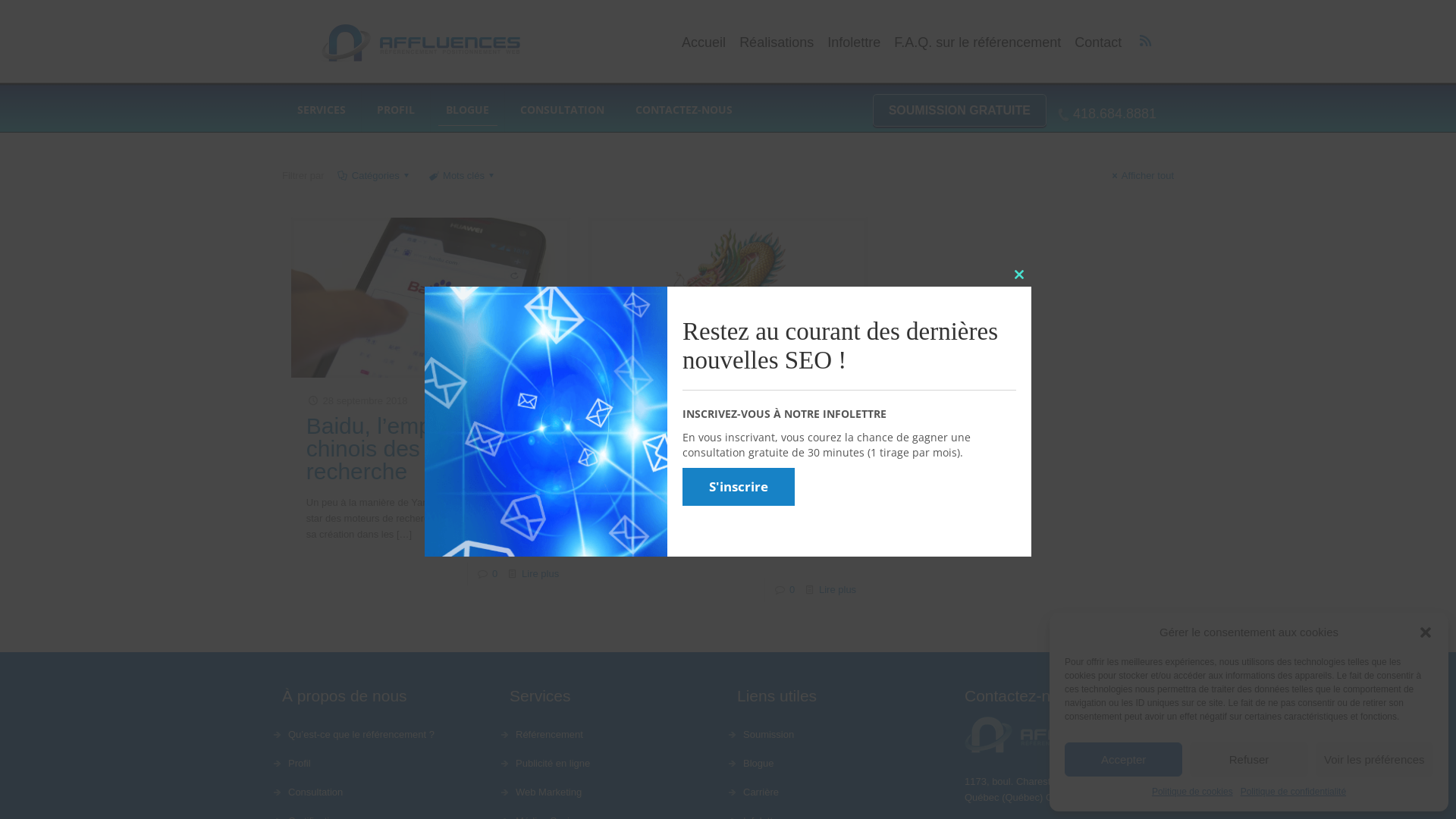 The height and width of the screenshot is (819, 1456). Describe the element at coordinates (467, 109) in the screenshot. I see `'BLOGUE'` at that location.